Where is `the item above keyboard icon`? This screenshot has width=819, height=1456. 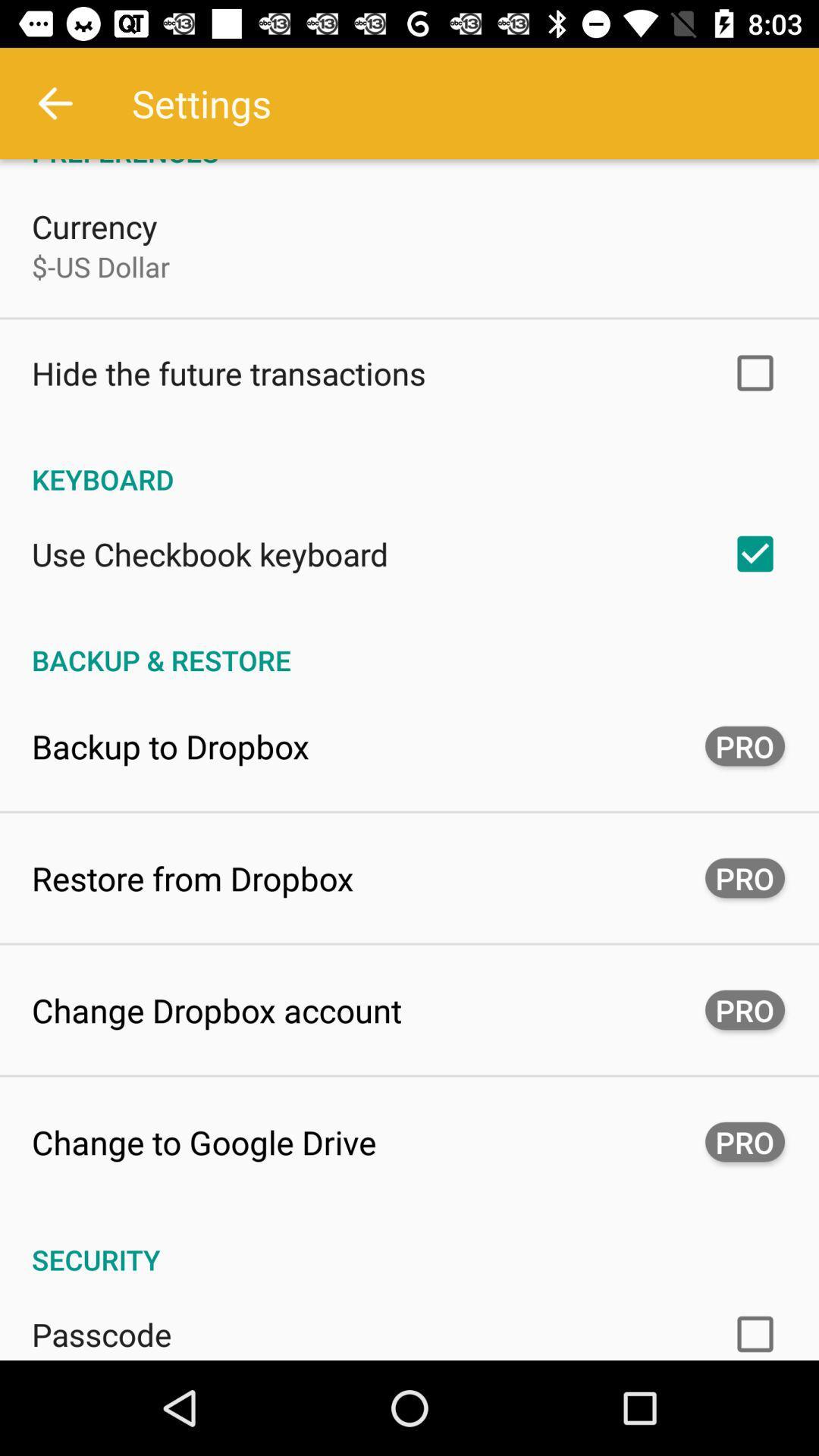
the item above keyboard icon is located at coordinates (228, 373).